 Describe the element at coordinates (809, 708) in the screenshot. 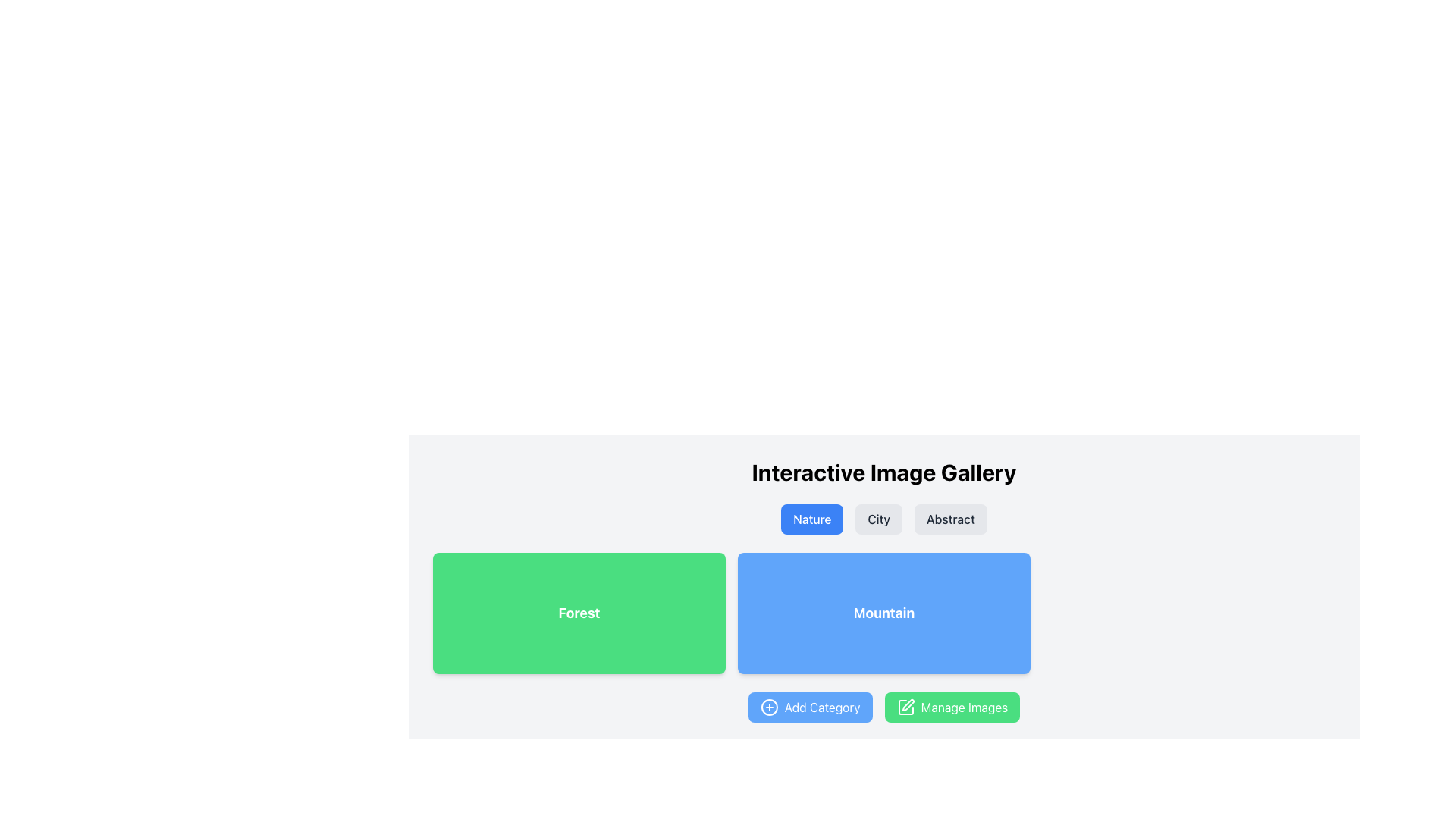

I see `the 'Add Category' button, which is a rectangular button with a blue background and white text, located at the bottom center of the interface` at that location.